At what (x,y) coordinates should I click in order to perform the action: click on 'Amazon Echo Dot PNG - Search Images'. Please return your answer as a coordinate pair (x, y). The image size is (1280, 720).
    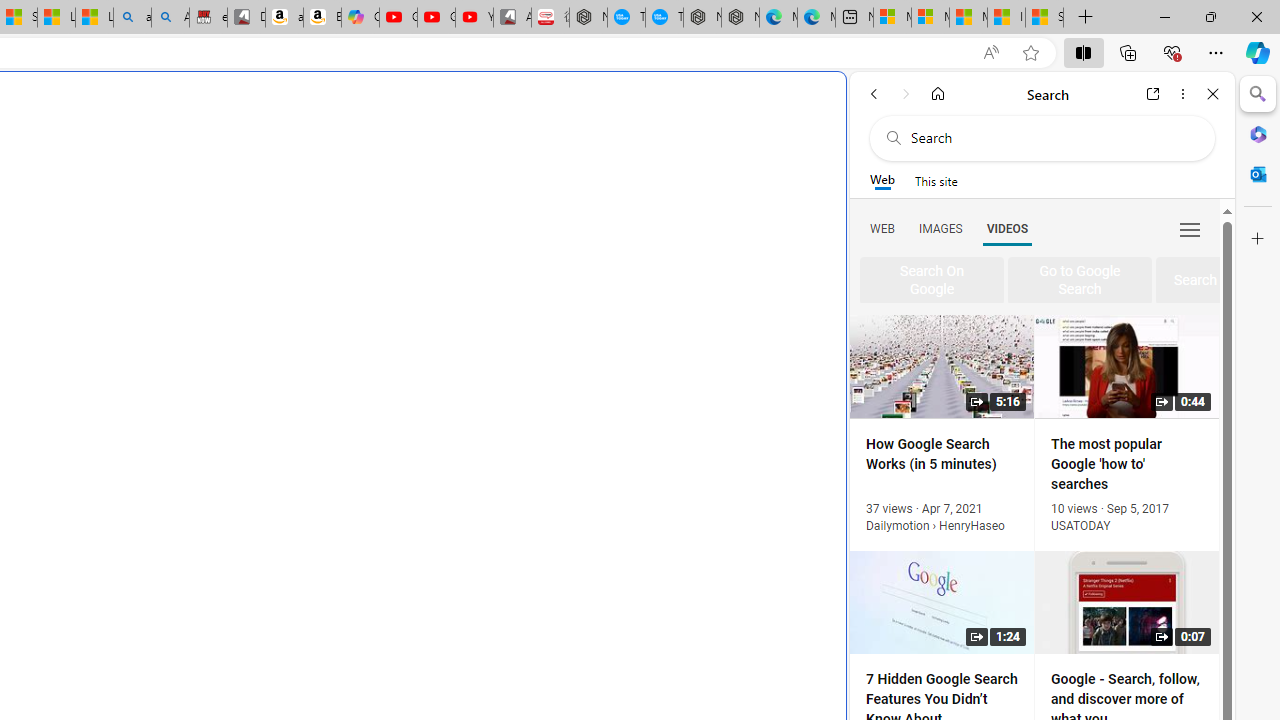
    Looking at the image, I should click on (170, 17).